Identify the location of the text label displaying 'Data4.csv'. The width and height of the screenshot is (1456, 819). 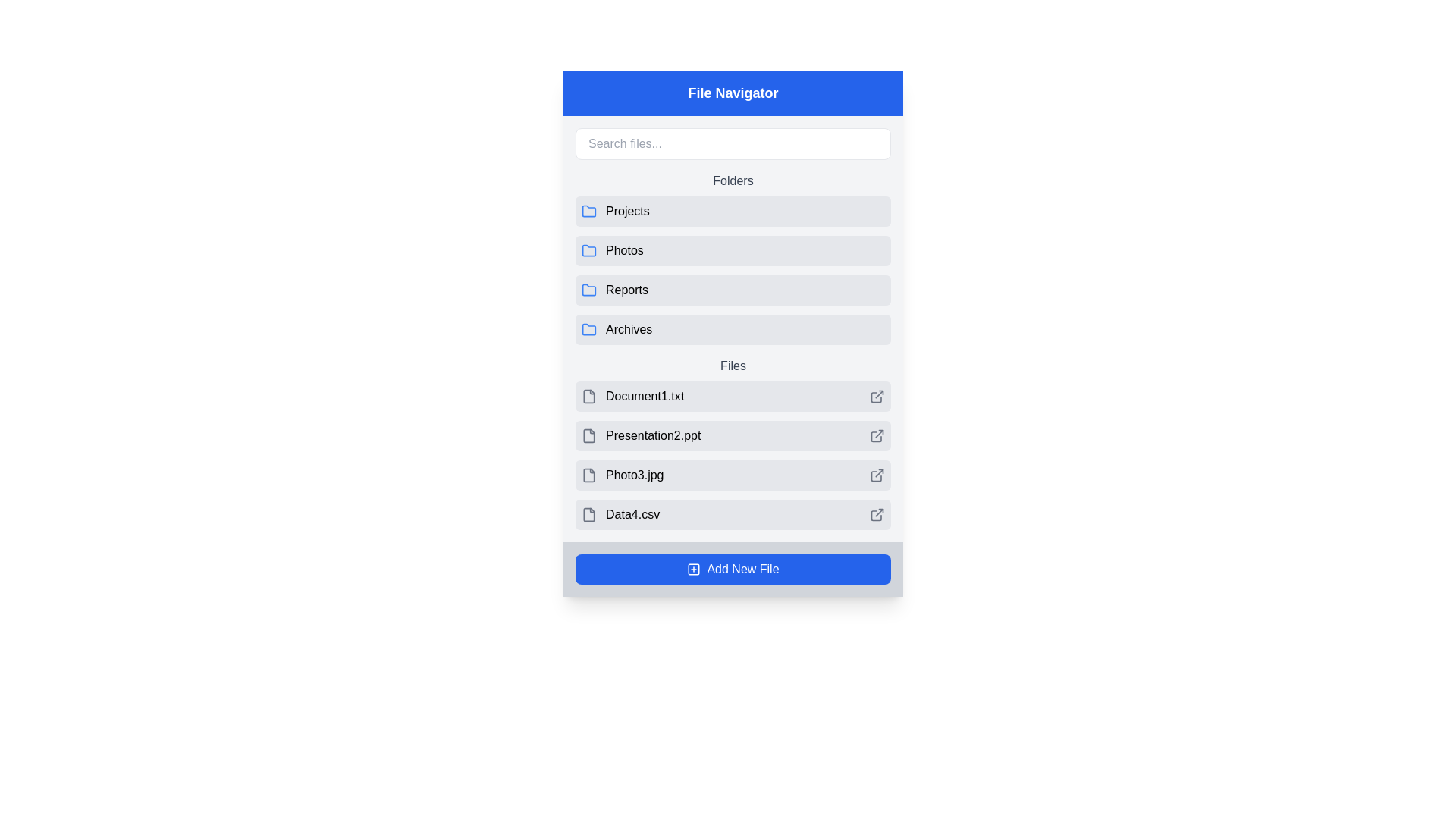
(632, 513).